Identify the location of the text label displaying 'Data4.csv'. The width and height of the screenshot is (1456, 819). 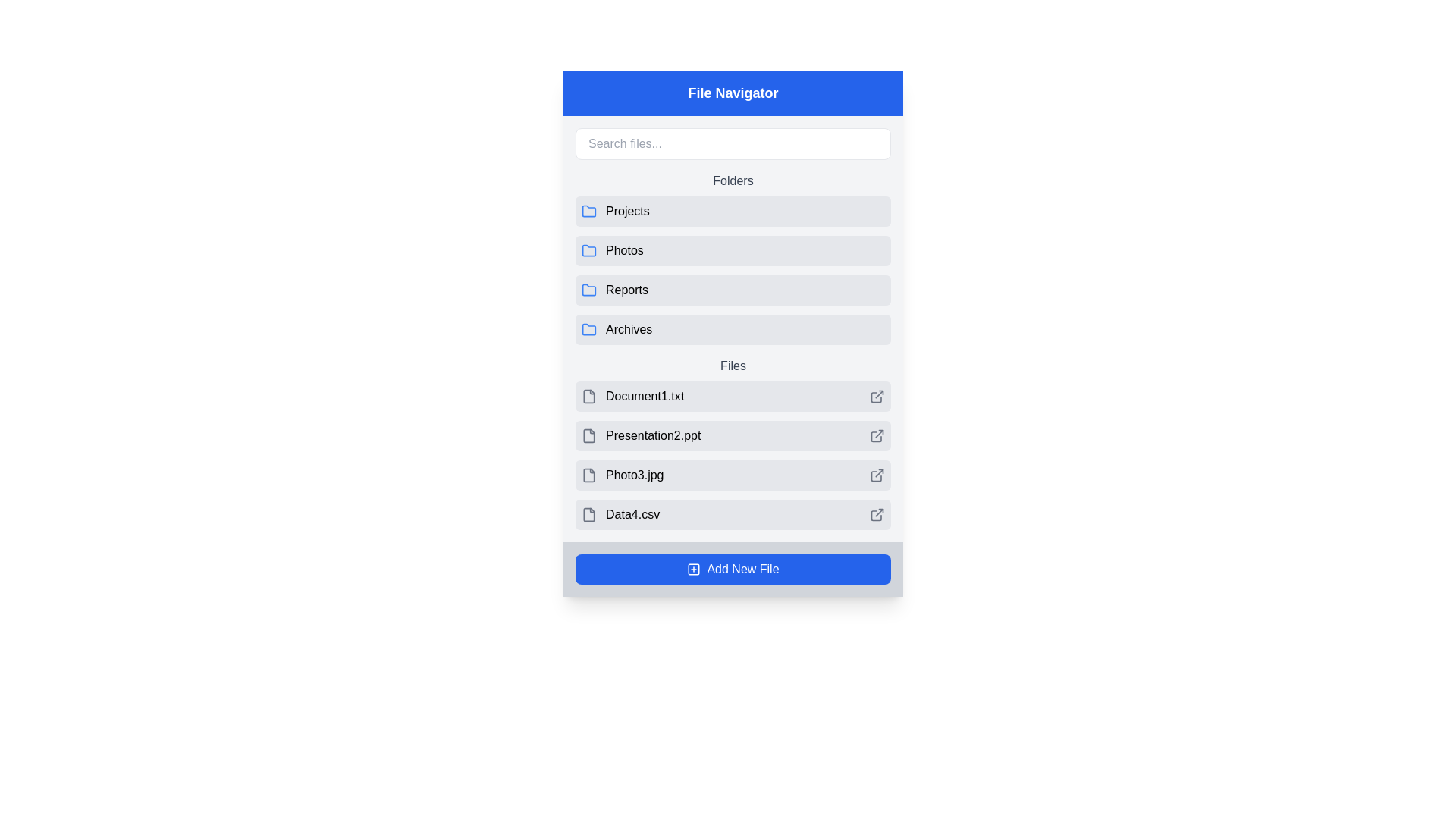
(632, 513).